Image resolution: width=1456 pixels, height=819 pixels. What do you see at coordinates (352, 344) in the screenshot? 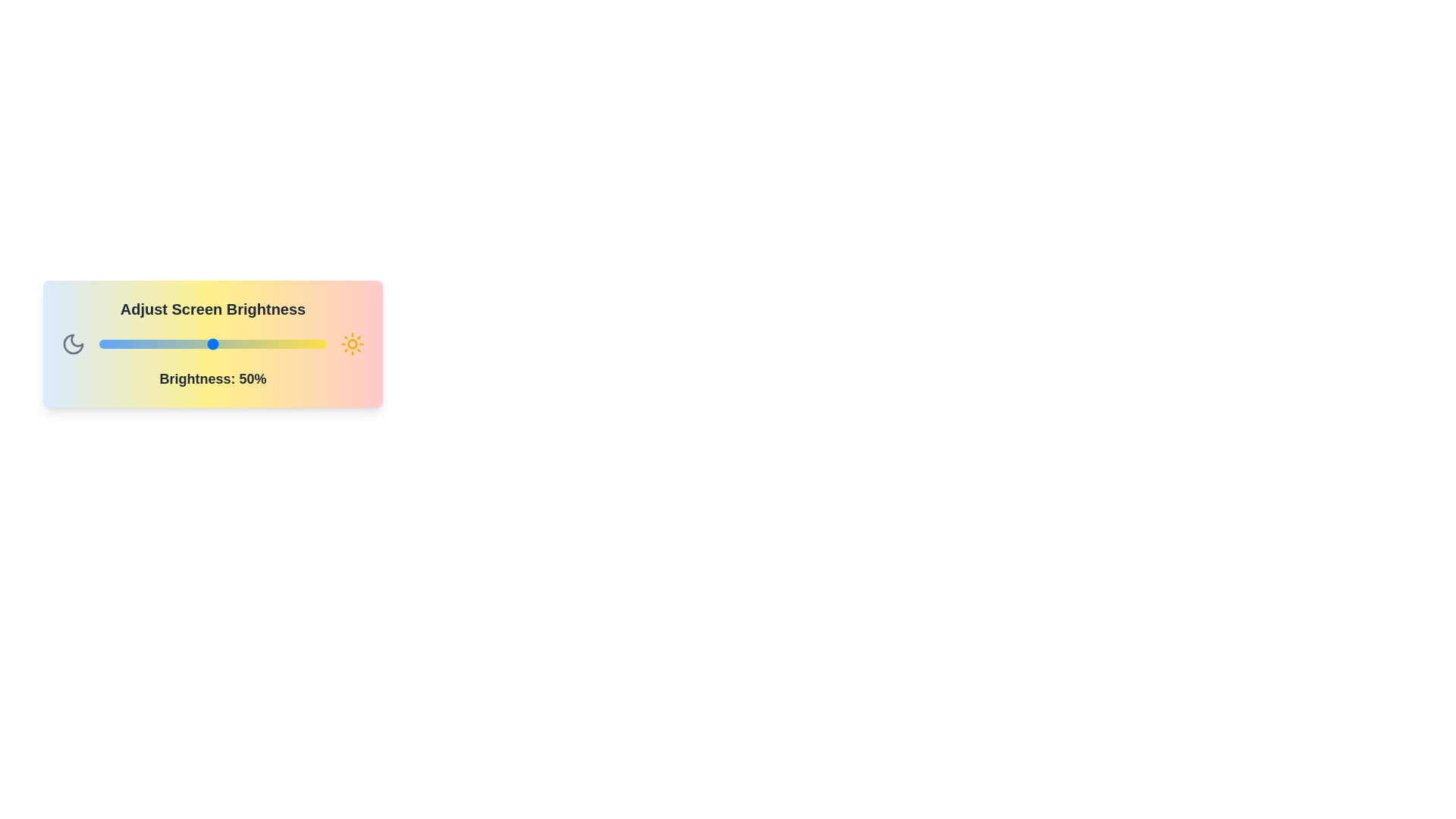
I see `the sun icon to perform the intended interaction` at bounding box center [352, 344].